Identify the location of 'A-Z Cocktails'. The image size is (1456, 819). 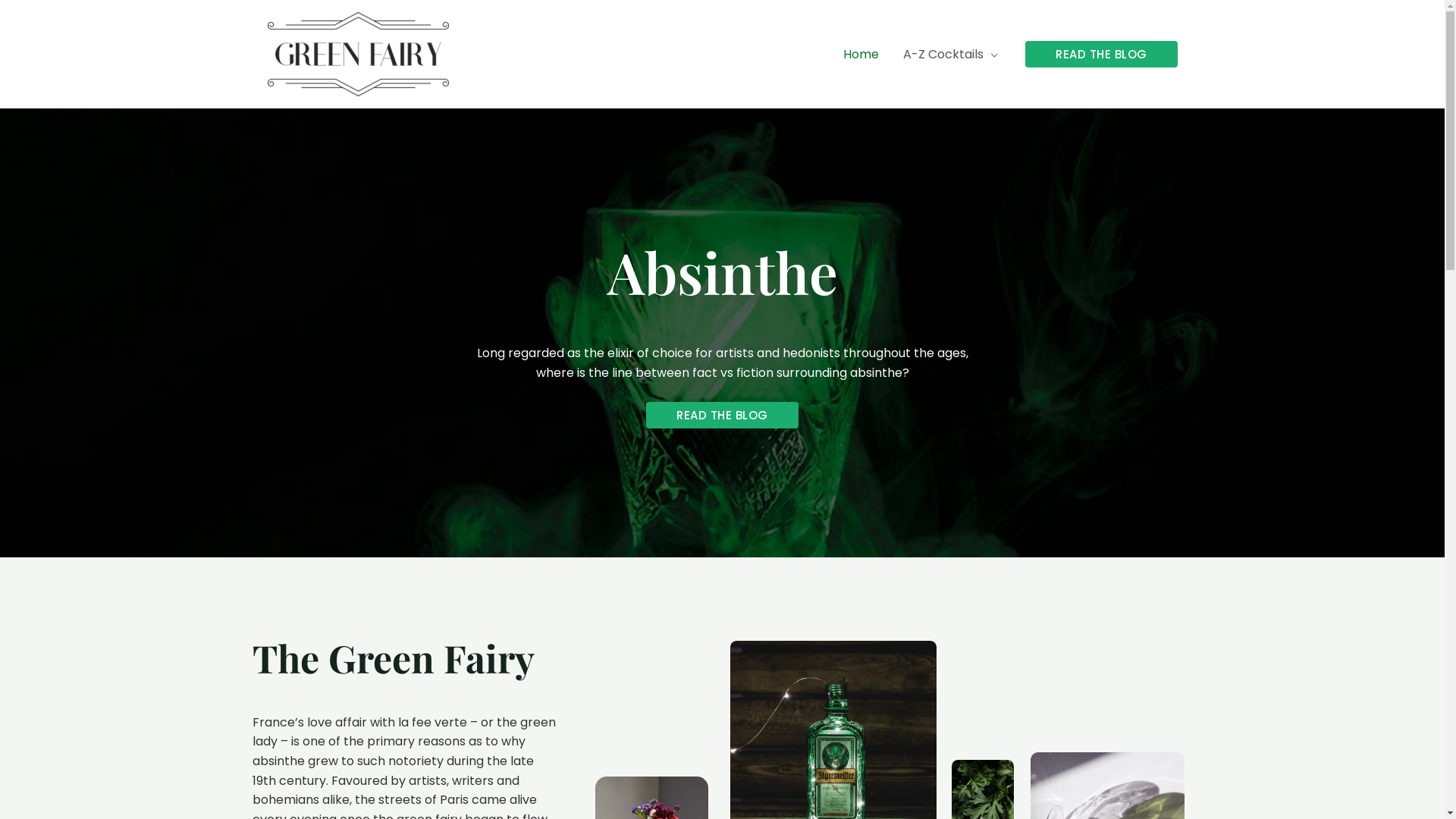
(949, 52).